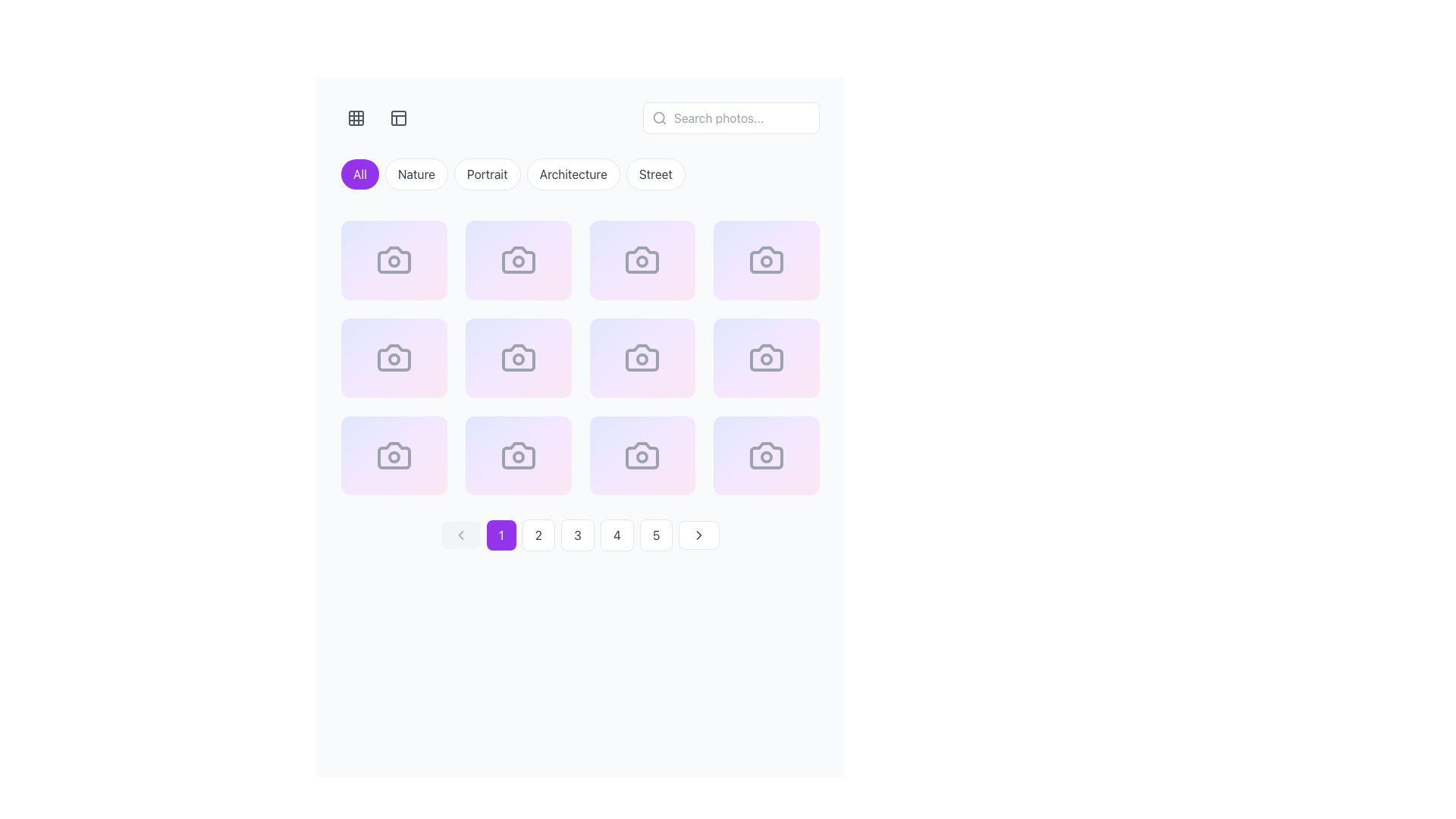 Image resolution: width=1456 pixels, height=819 pixels. Describe the element at coordinates (659, 117) in the screenshot. I see `the magnifying glass icon located at the left side of the search text input box, which symbolizes search functionality` at that location.